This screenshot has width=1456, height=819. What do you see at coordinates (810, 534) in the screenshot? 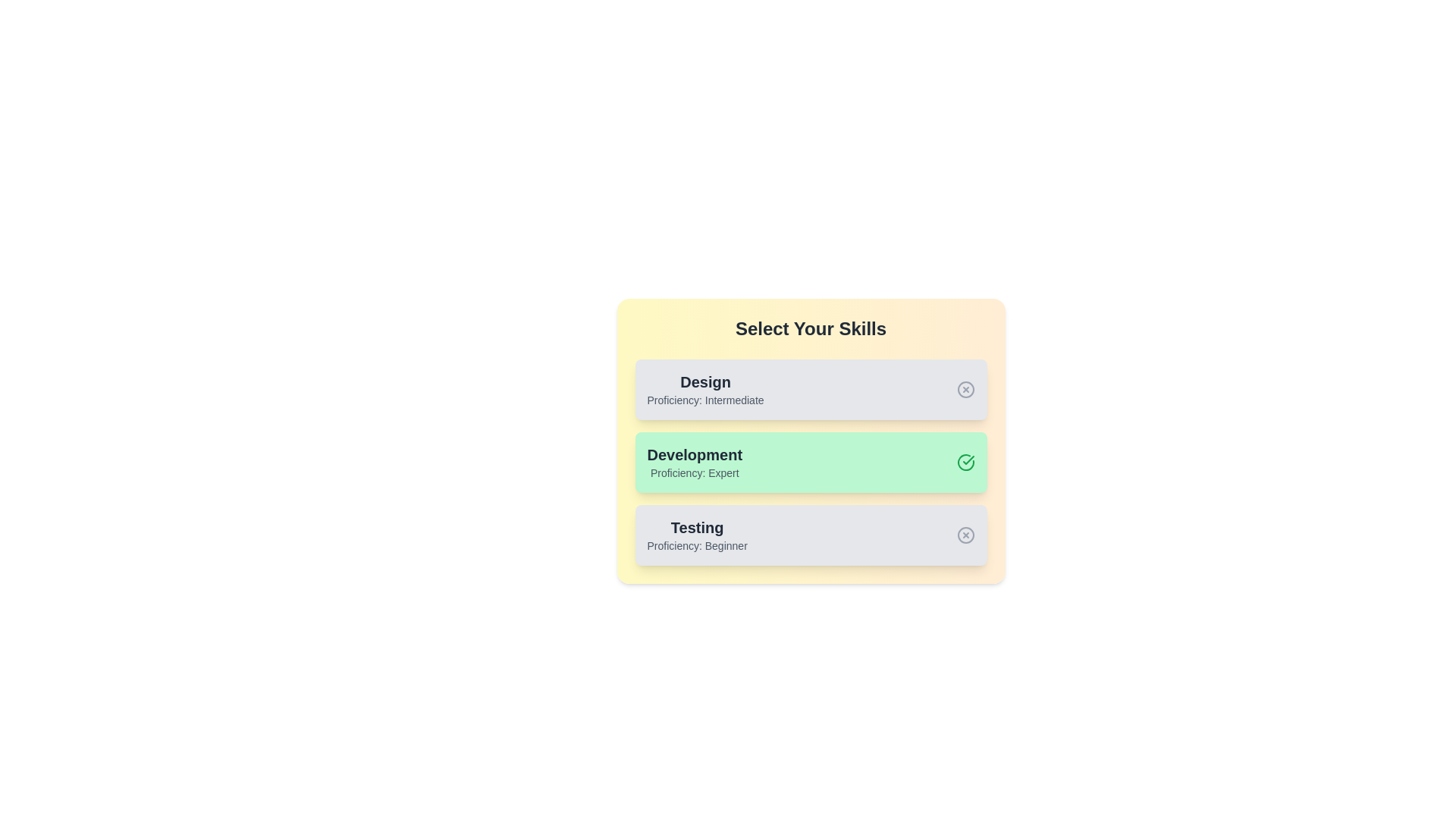
I see `the 'Testing' skill card to toggle its selection state` at bounding box center [810, 534].